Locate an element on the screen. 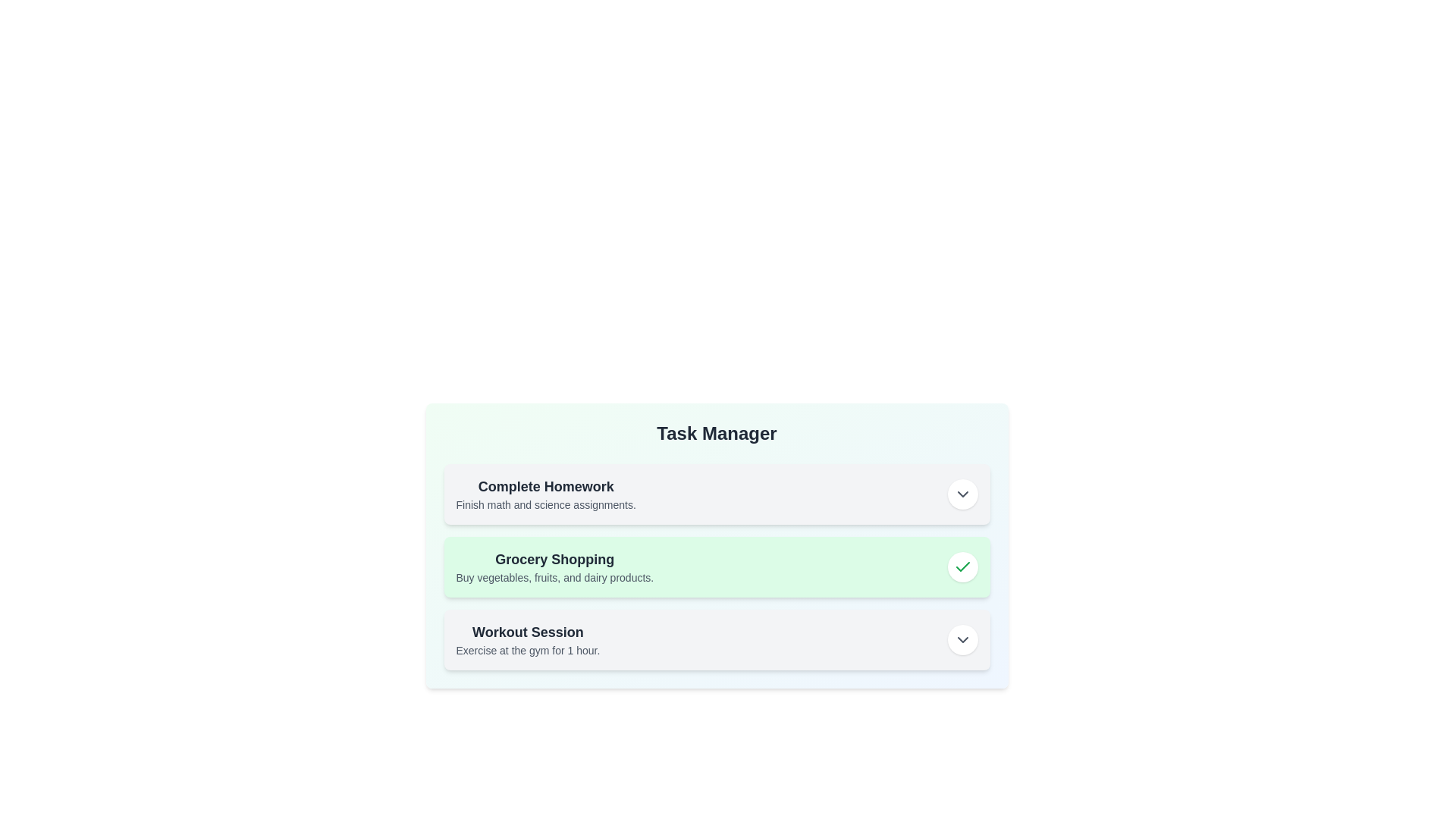 Image resolution: width=1456 pixels, height=819 pixels. the interactive button for task 'Grocery Shopping' is located at coordinates (962, 567).